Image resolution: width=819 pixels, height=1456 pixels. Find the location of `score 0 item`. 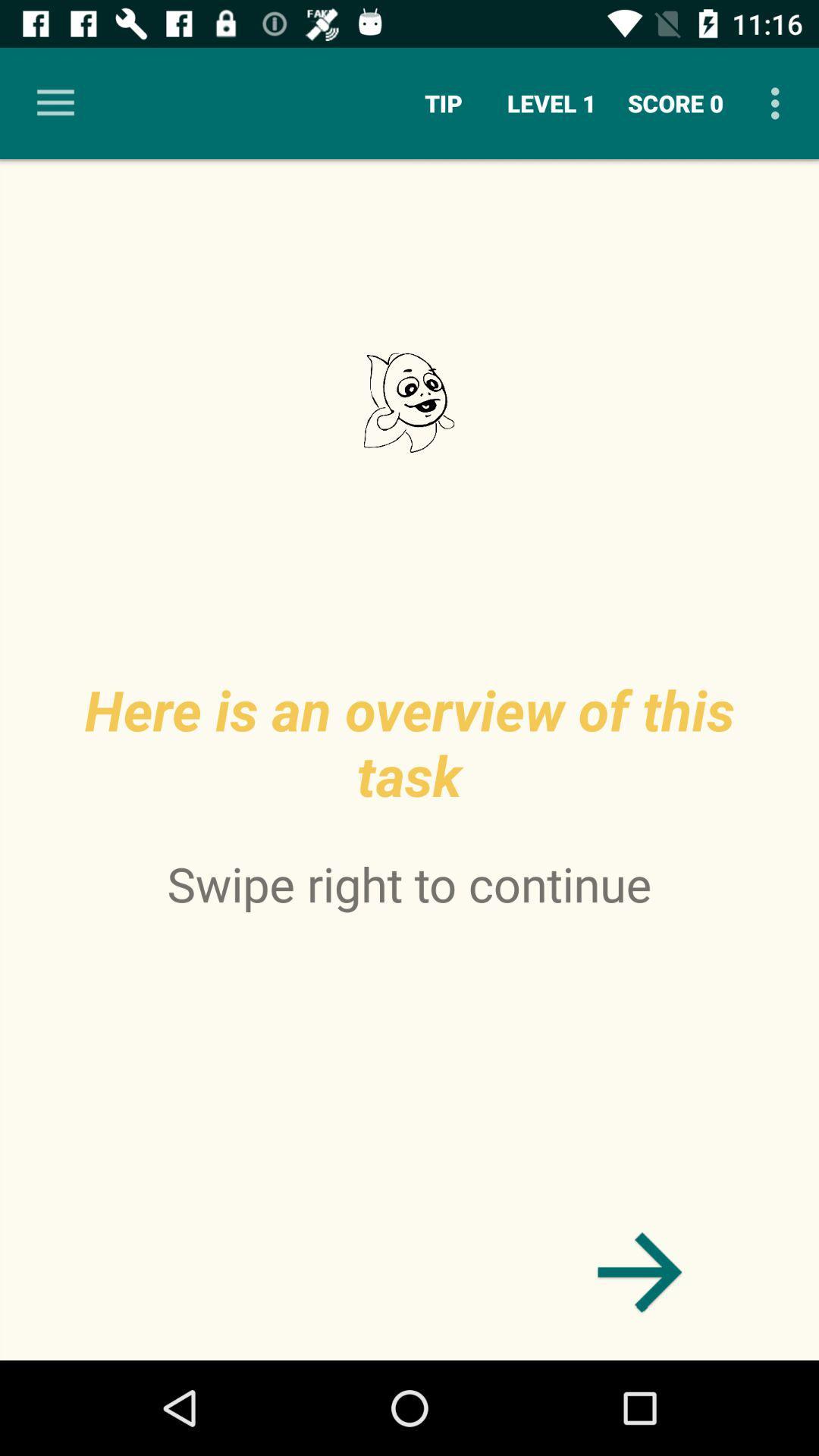

score 0 item is located at coordinates (675, 102).